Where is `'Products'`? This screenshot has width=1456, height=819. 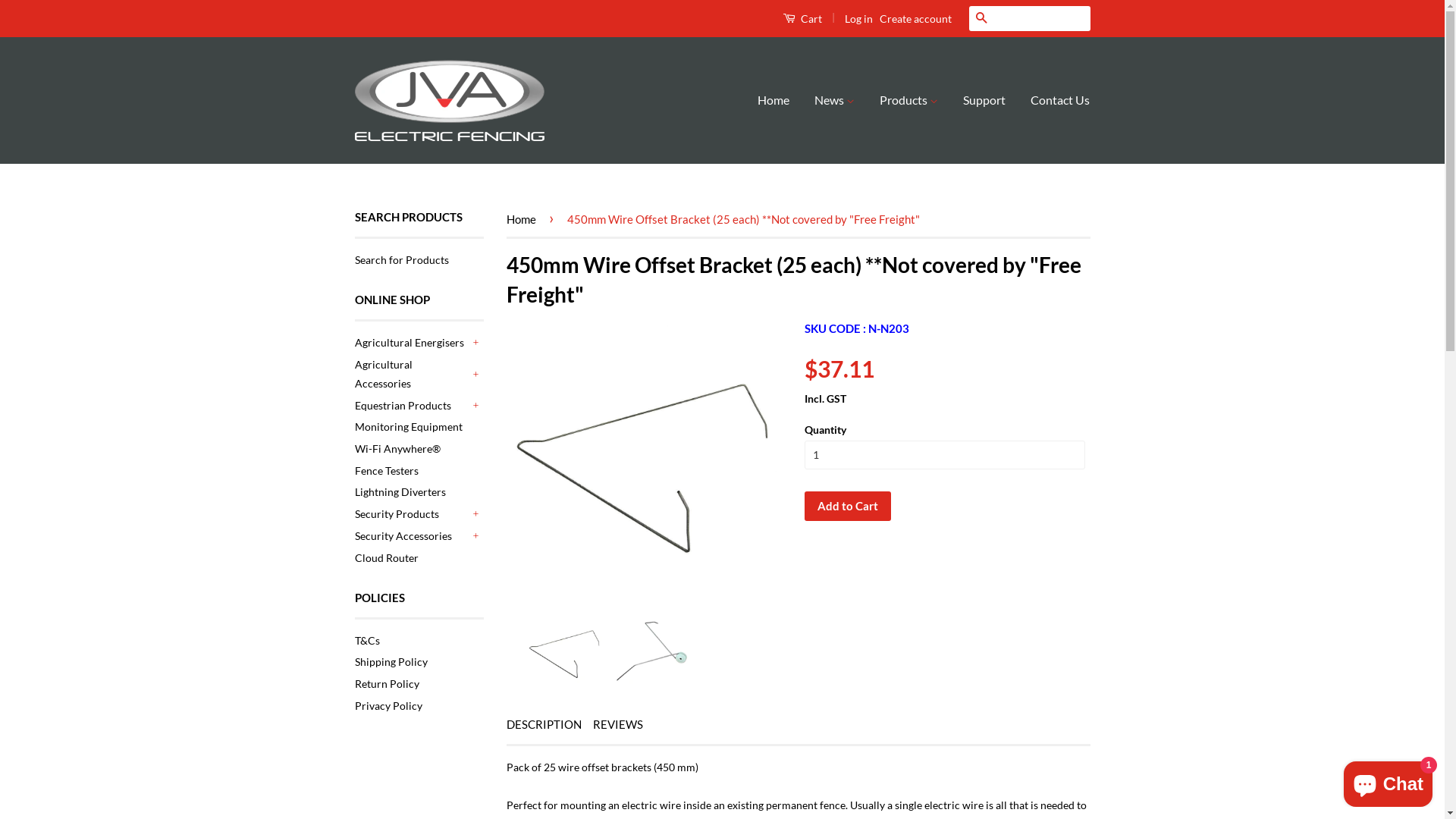 'Products' is located at coordinates (908, 100).